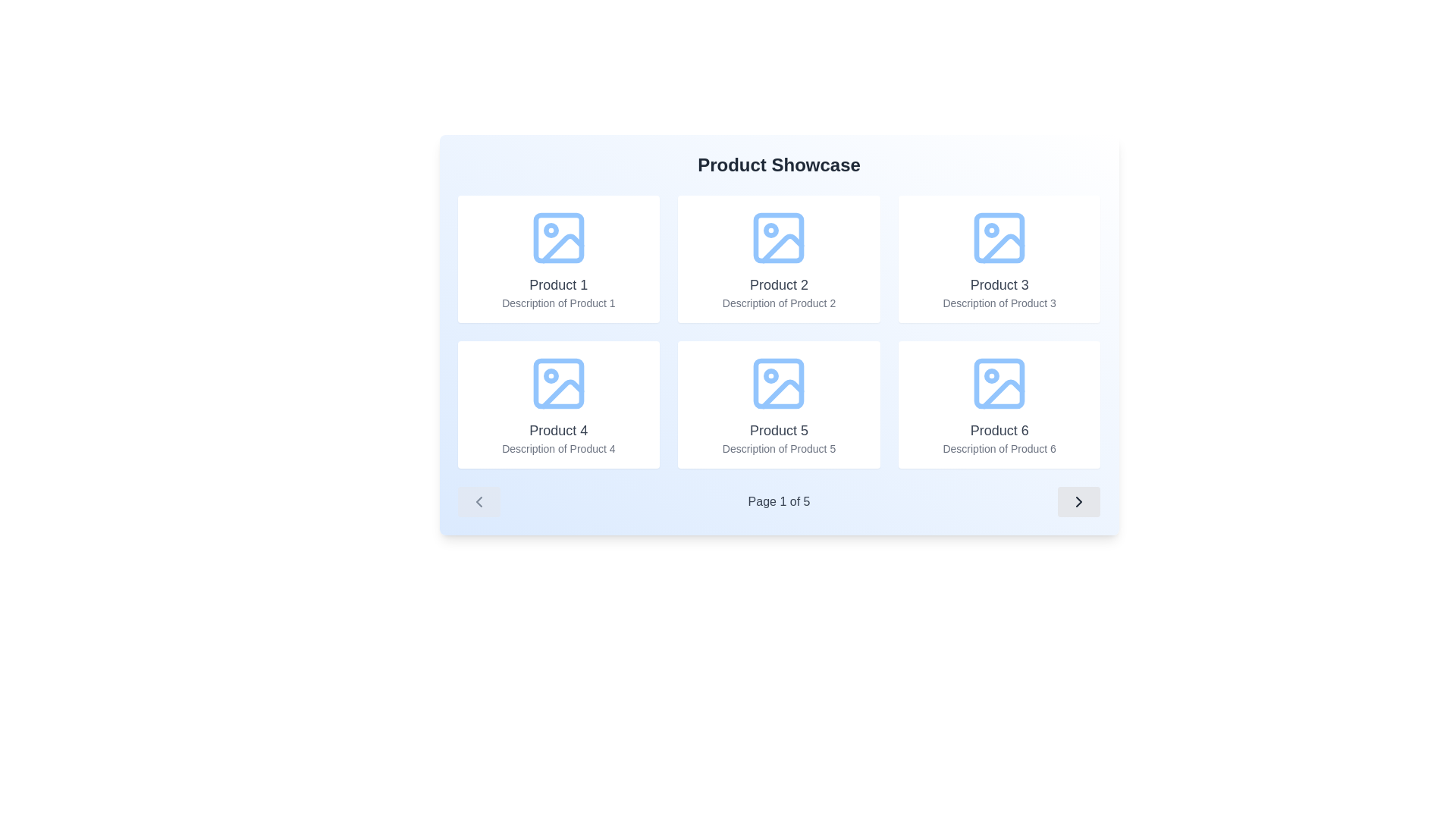 The image size is (1456, 819). What do you see at coordinates (999, 237) in the screenshot?
I see `the image placeholder icon that visually represents 'Product 3' in the grid layout by moving the cursor to its center` at bounding box center [999, 237].